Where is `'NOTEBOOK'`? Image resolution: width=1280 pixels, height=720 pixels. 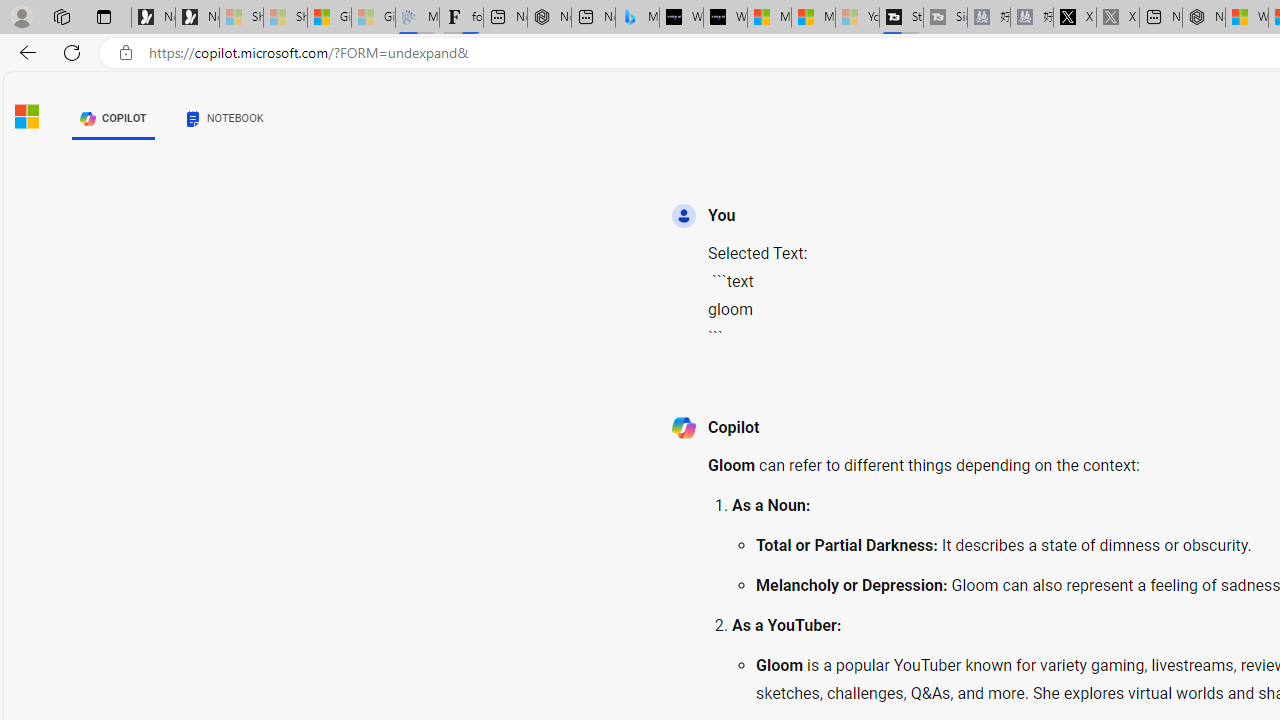
'NOTEBOOK' is located at coordinates (224, 118).